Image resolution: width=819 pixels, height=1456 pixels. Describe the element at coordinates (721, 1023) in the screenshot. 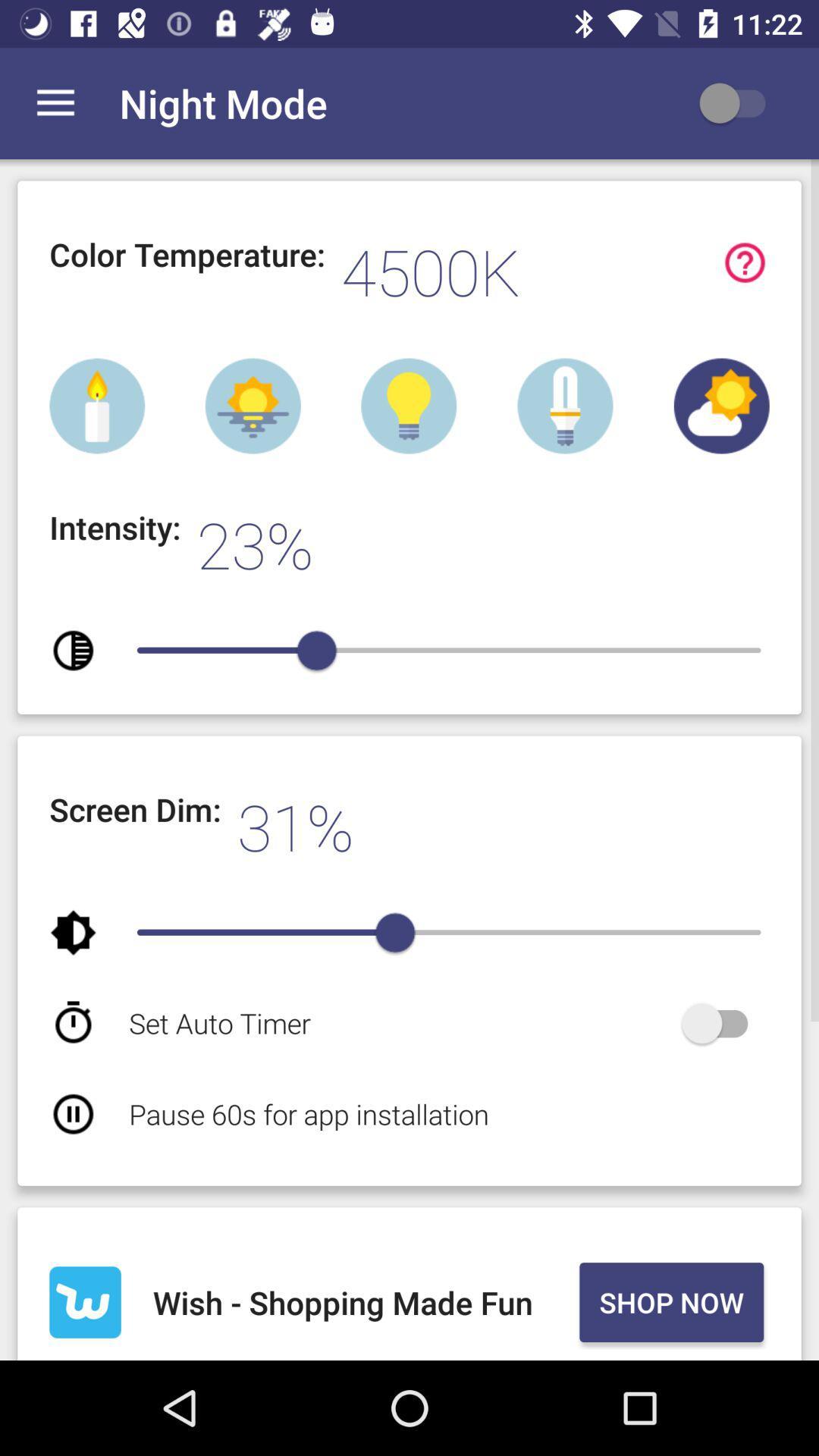

I see `auto timer option` at that location.